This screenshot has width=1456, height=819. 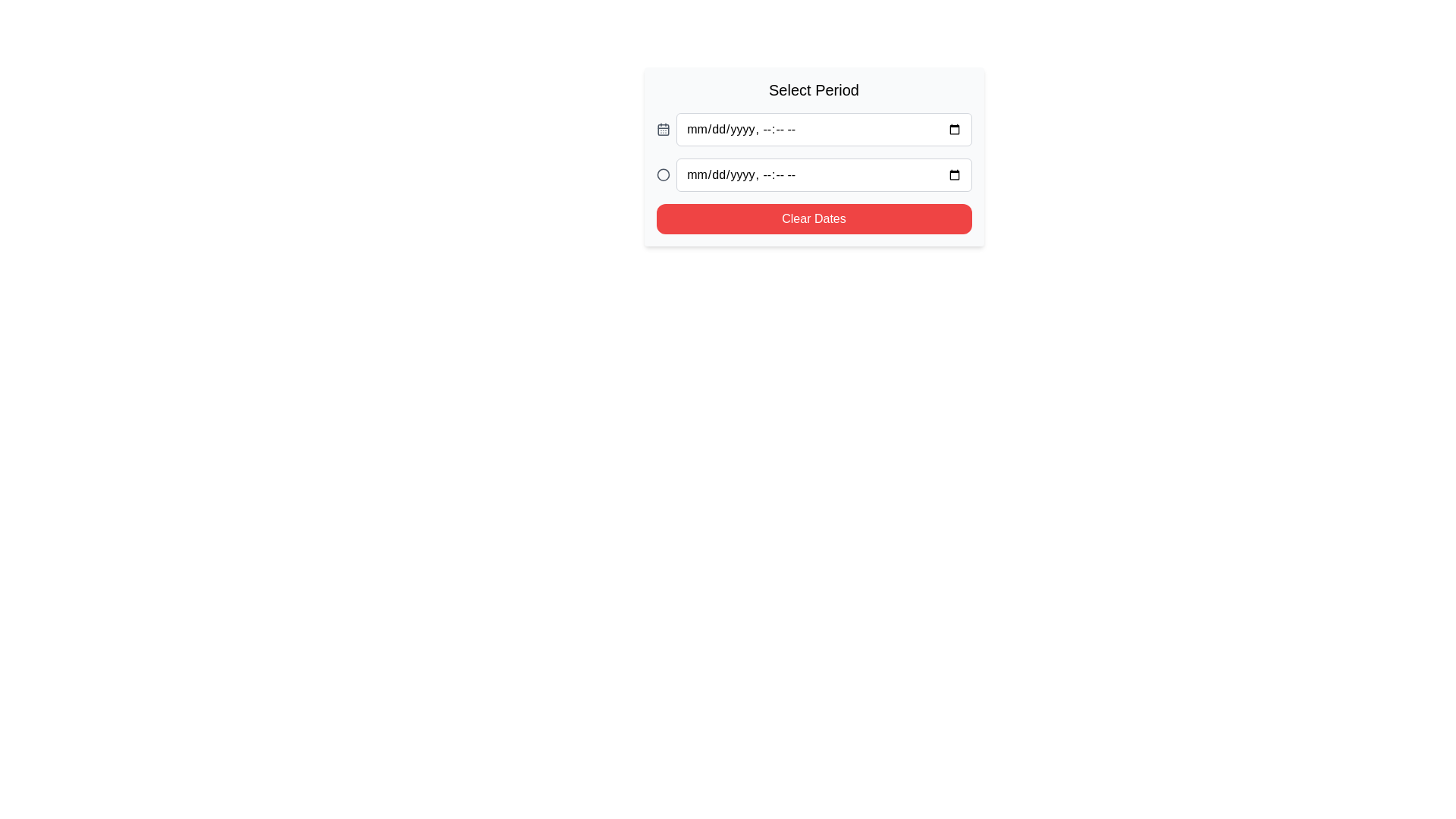 I want to click on the clear button located at the bottom of the form, so click(x=813, y=219).